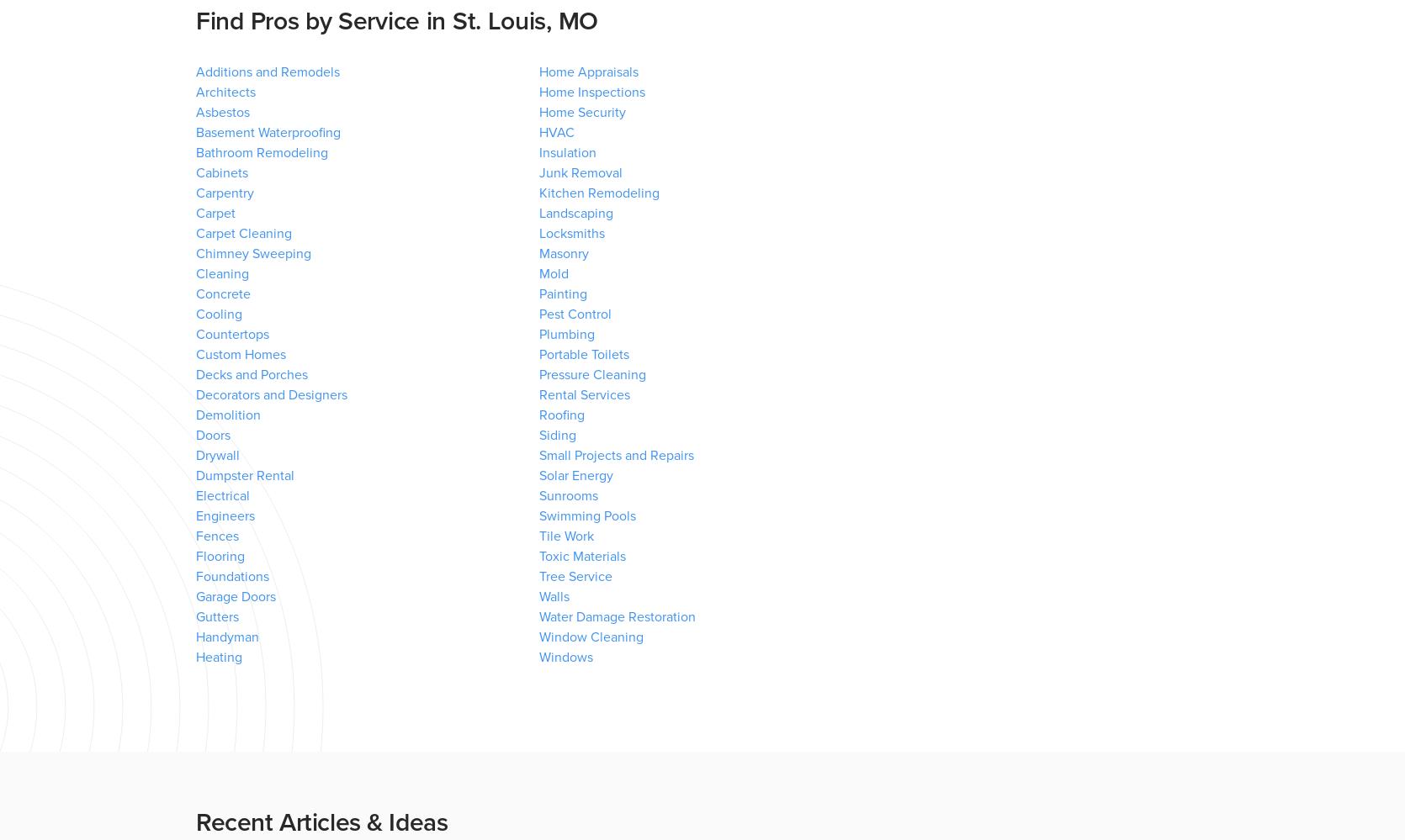  What do you see at coordinates (218, 658) in the screenshot?
I see `'Heating'` at bounding box center [218, 658].